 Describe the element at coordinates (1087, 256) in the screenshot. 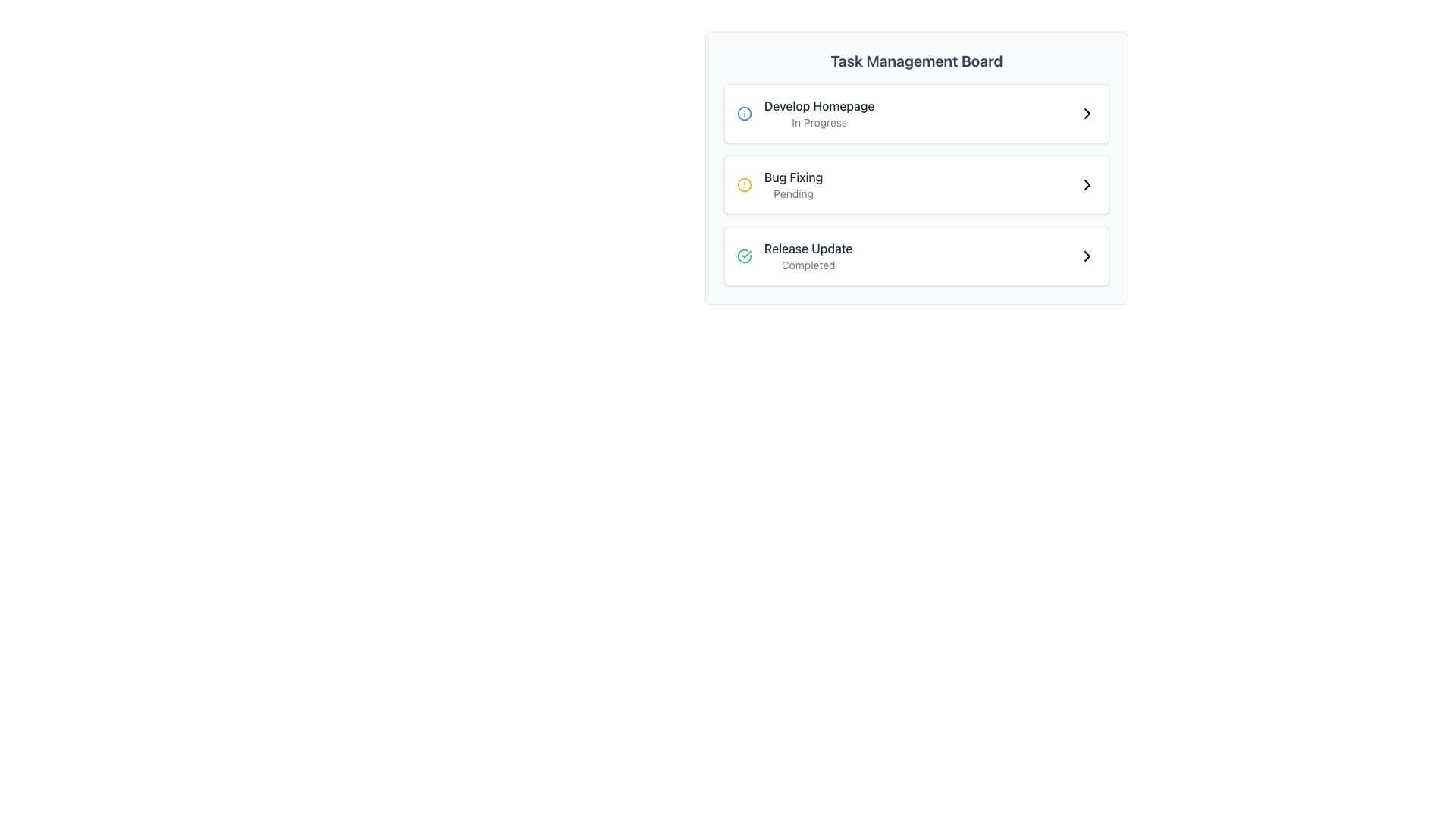

I see `the right-pointing chevron icon in the 'Release Update Completed' section` at that location.